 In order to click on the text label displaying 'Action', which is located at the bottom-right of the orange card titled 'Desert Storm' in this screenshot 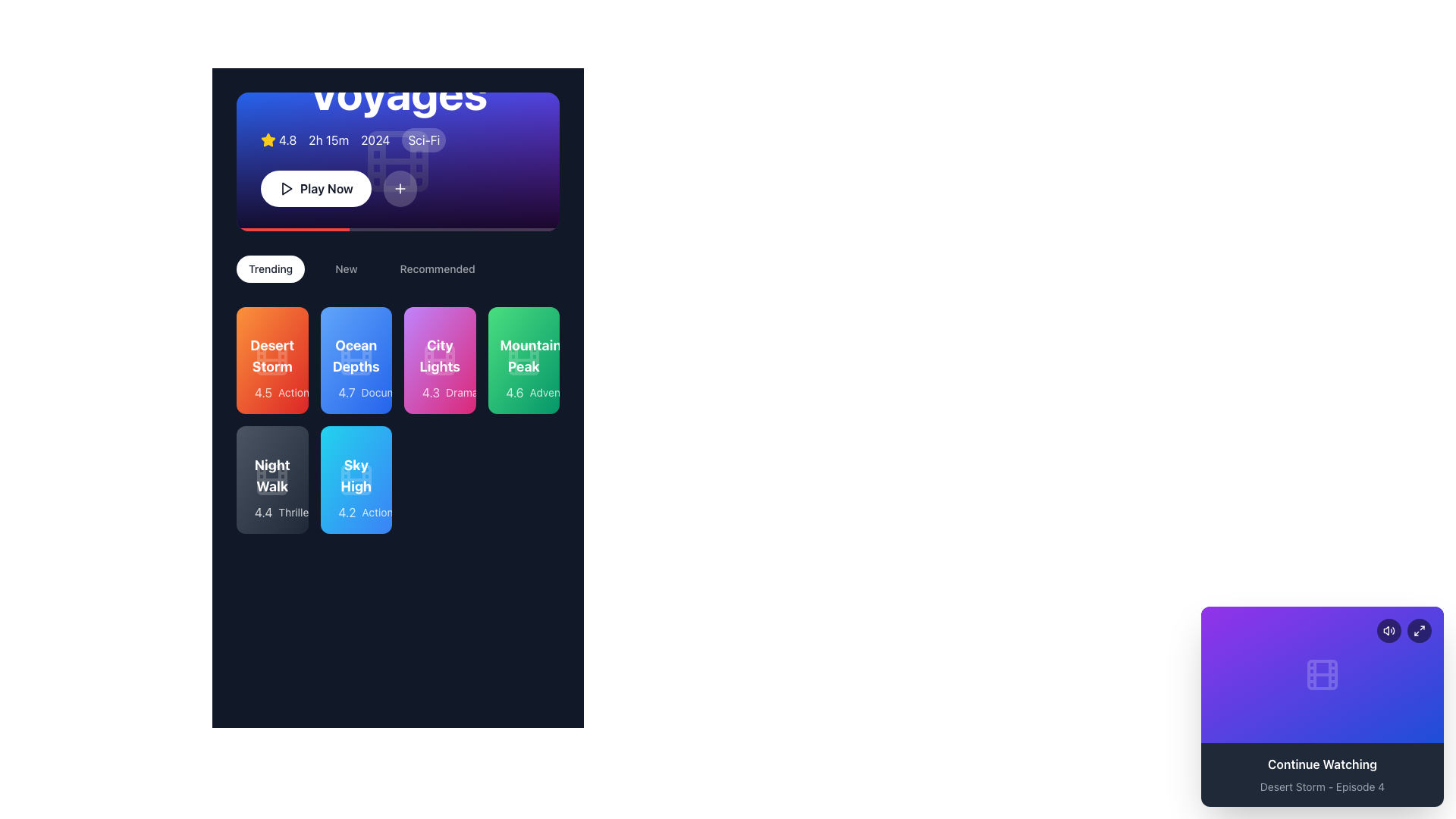, I will do `click(293, 392)`.